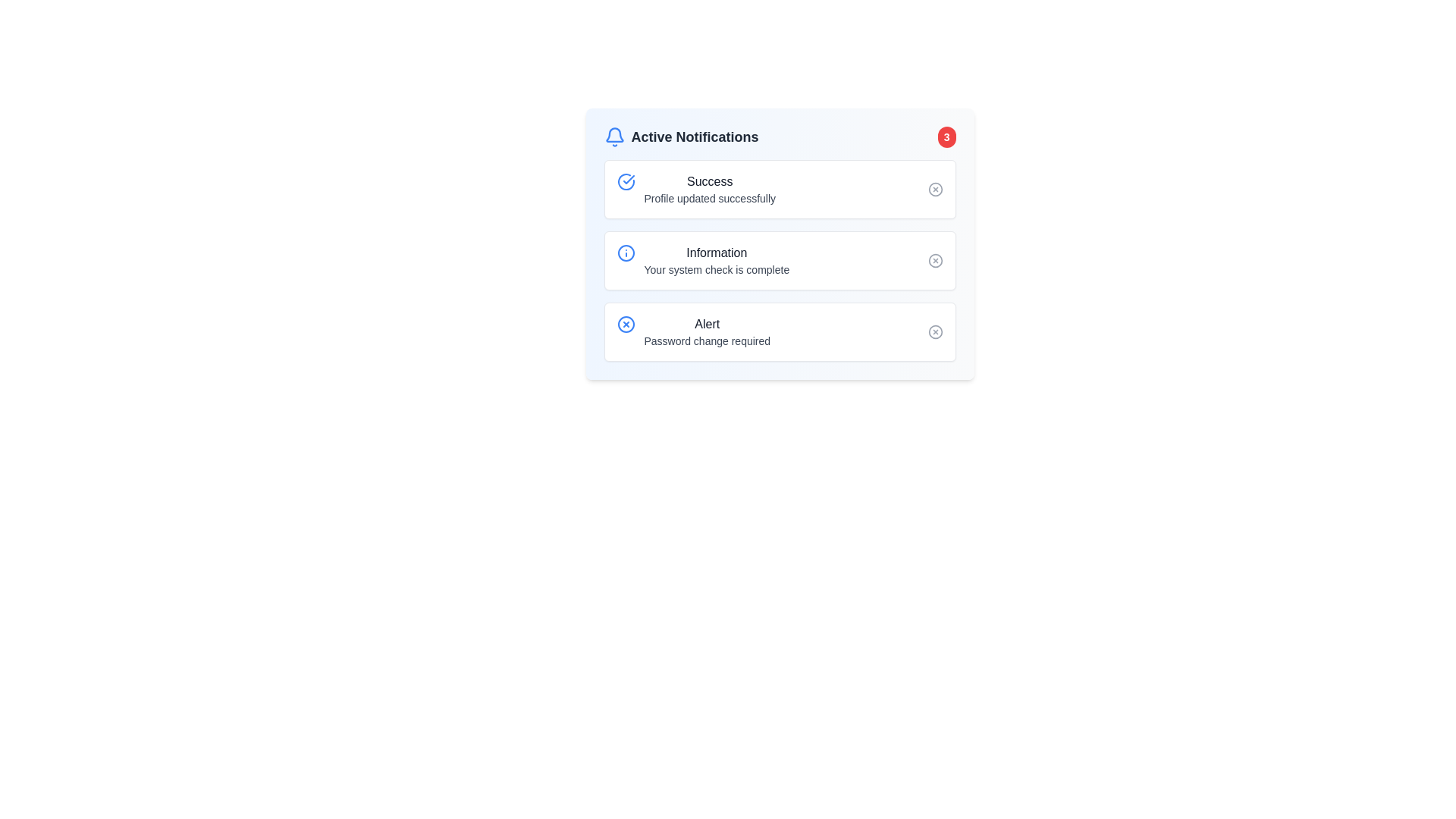  Describe the element at coordinates (706, 341) in the screenshot. I see `the text label element that displays 'Password change required', which is located below the 'Alert' label in the third notification box` at that location.